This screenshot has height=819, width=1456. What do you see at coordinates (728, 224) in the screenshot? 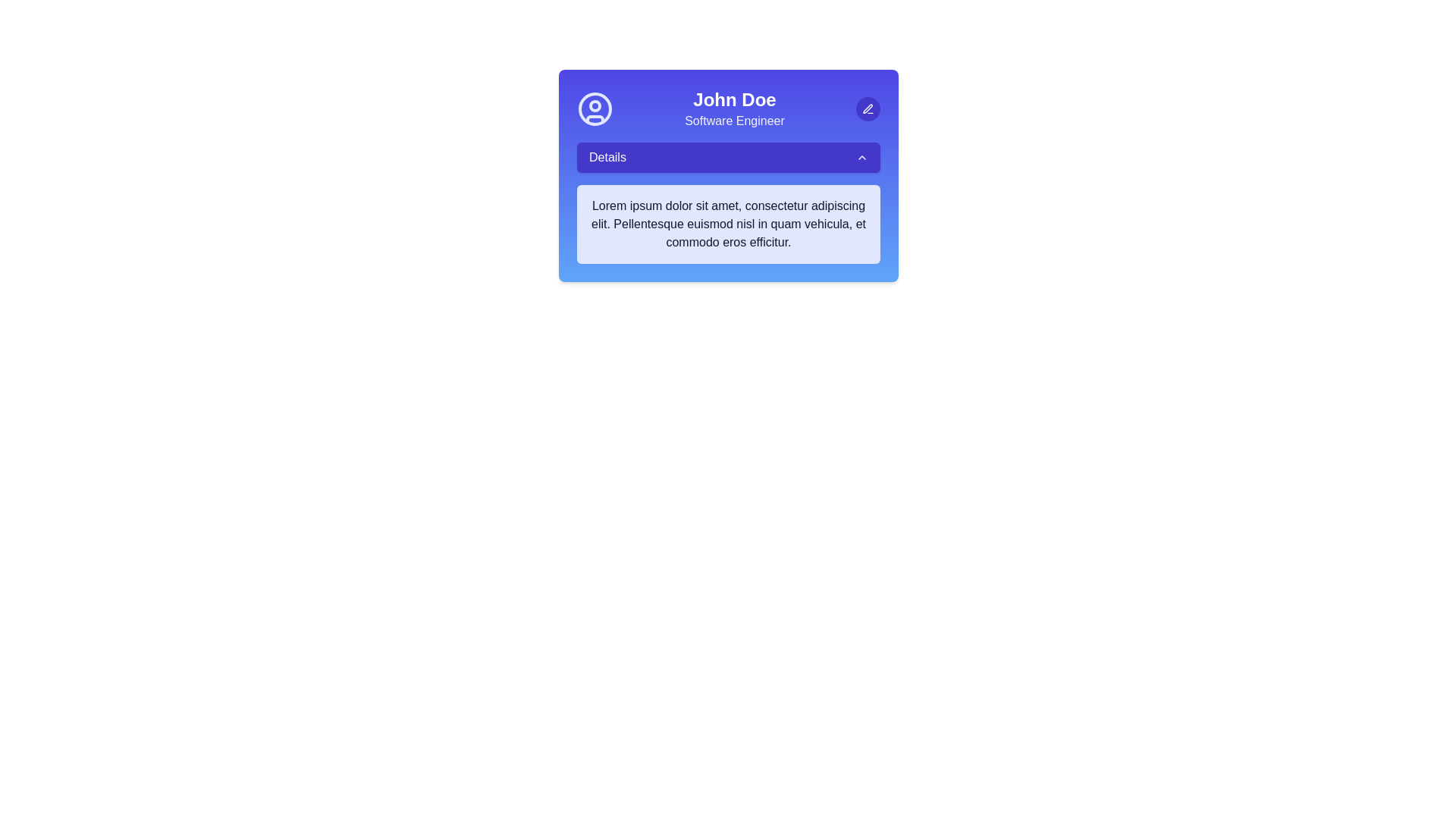
I see `text block containing the content 'Lorem ipsum dolor sit amet, consectetur adipiscing elit. Pellentesque euismod nisl in quam vehicula, et commodo eros efficitur.' styled with a dark color on a light indigo background` at bounding box center [728, 224].